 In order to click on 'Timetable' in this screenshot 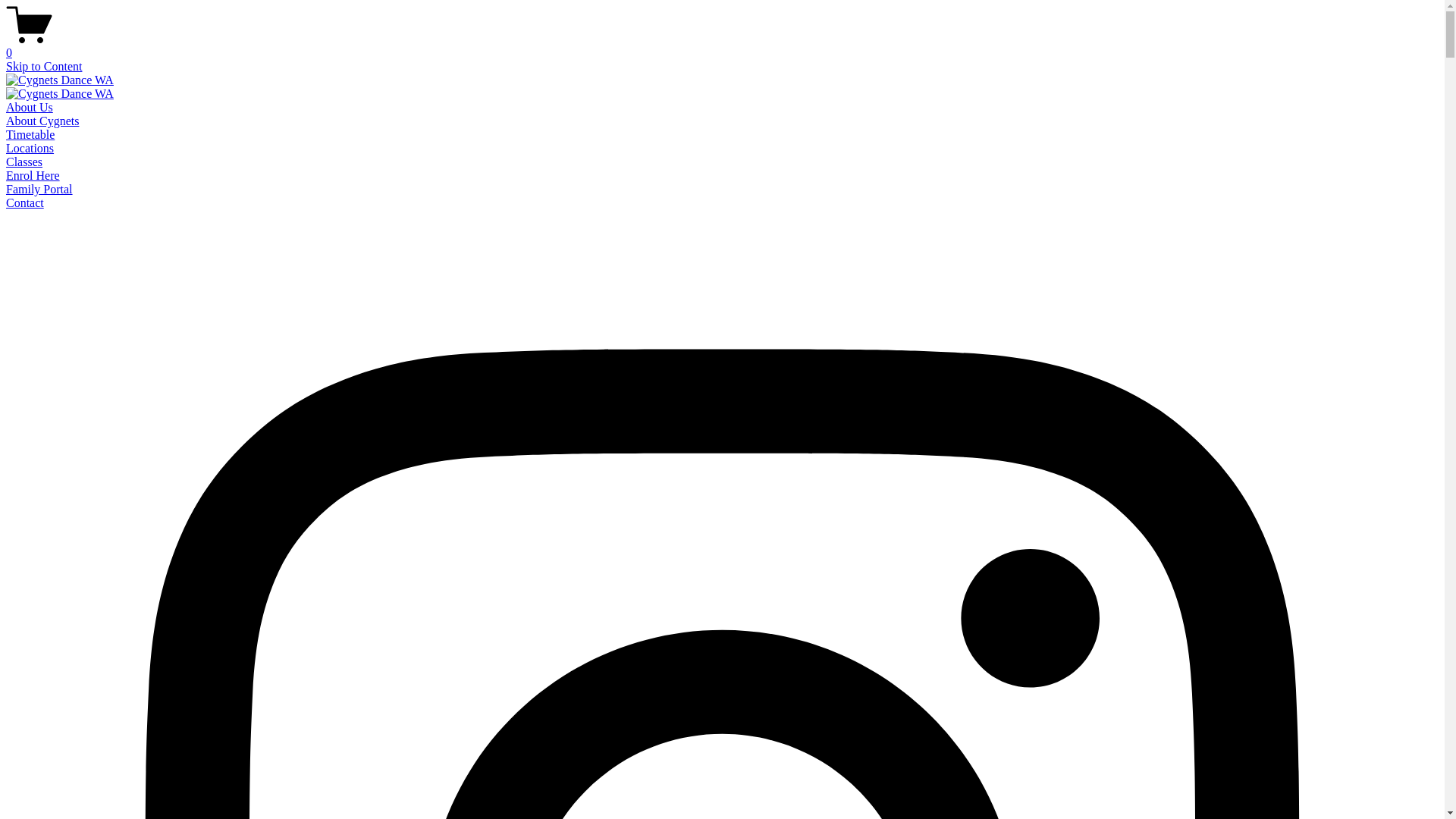, I will do `click(30, 133)`.